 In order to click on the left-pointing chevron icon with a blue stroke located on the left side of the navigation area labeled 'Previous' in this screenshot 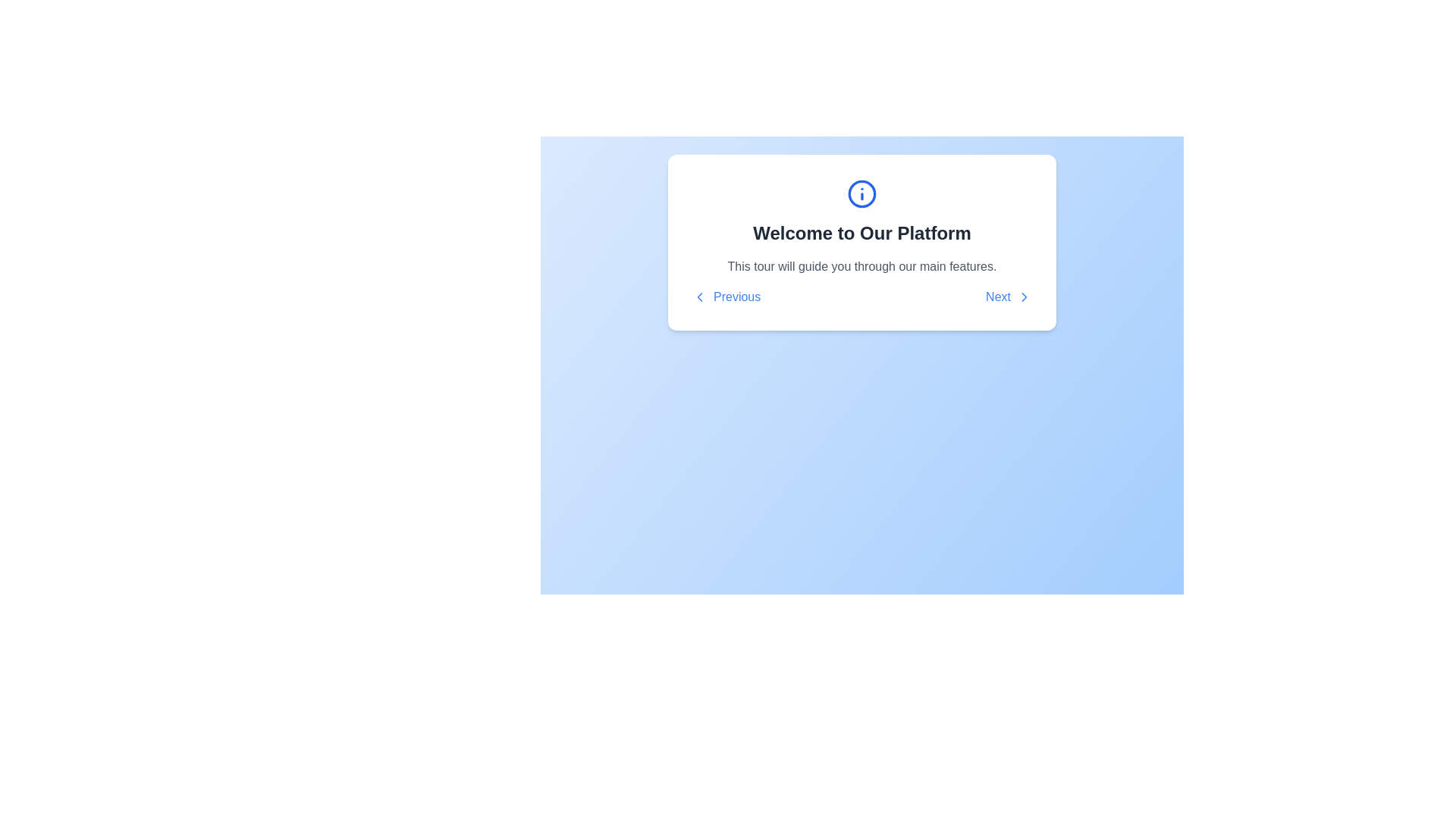, I will do `click(698, 297)`.